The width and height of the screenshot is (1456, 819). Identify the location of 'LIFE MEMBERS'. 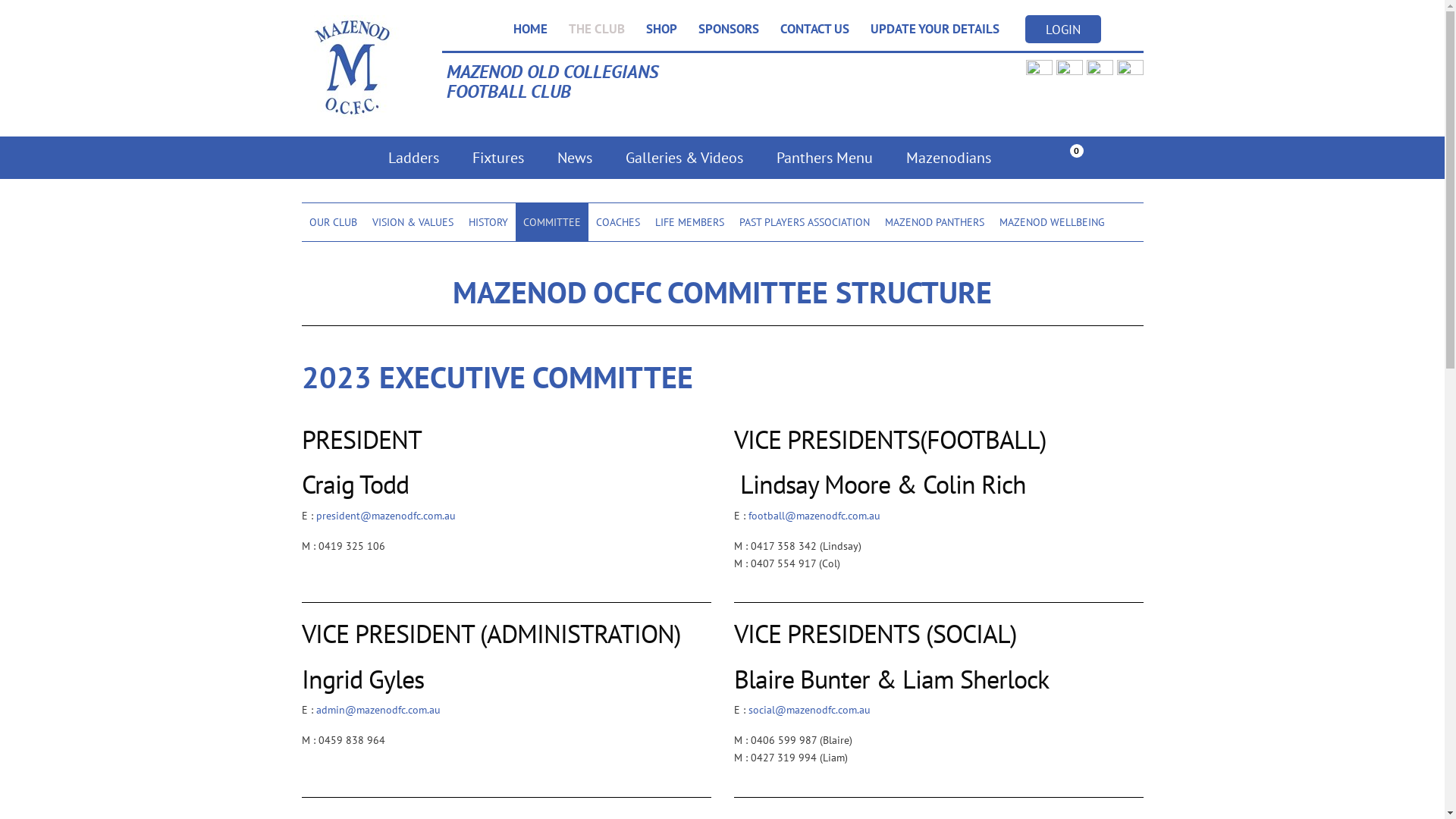
(648, 222).